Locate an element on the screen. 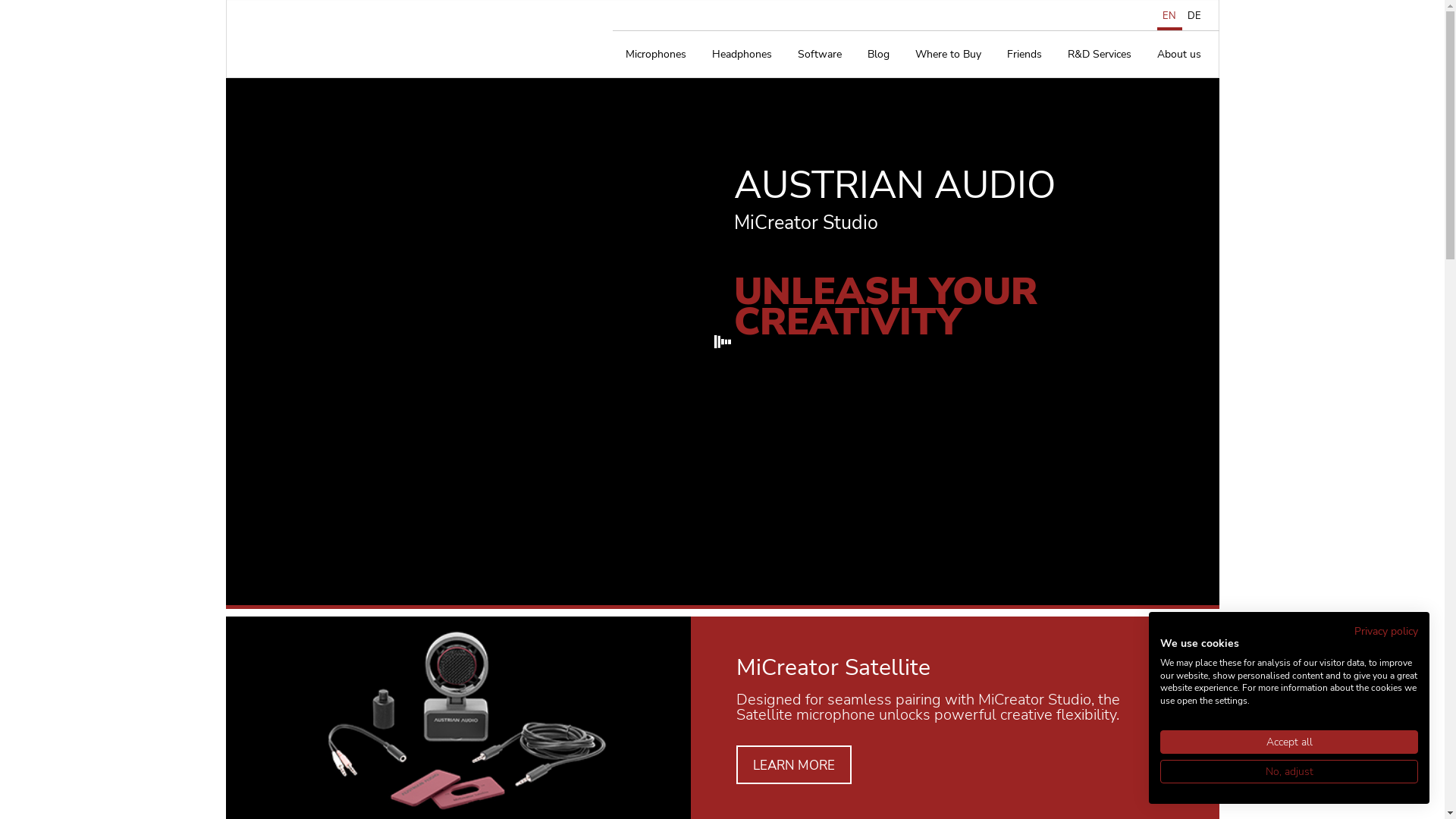  'Software' is located at coordinates (818, 54).